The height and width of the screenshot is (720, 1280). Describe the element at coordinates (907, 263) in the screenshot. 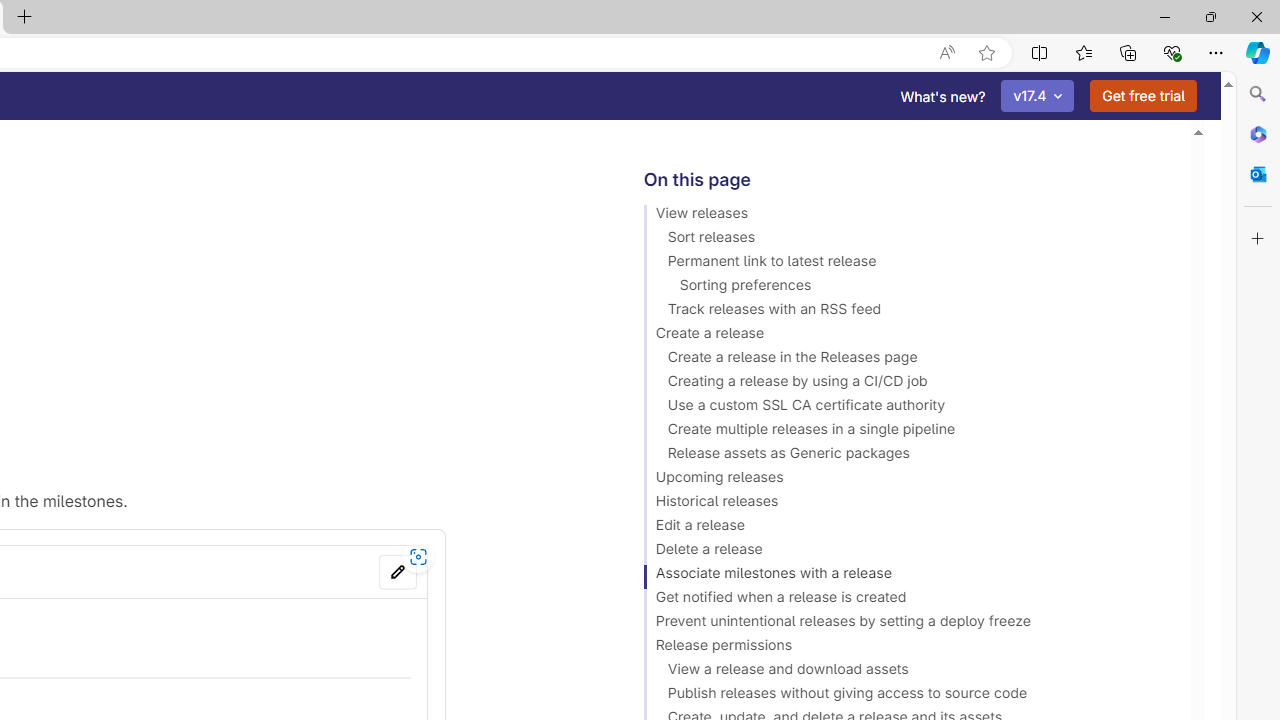

I see `'Permanent link to latest release'` at that location.